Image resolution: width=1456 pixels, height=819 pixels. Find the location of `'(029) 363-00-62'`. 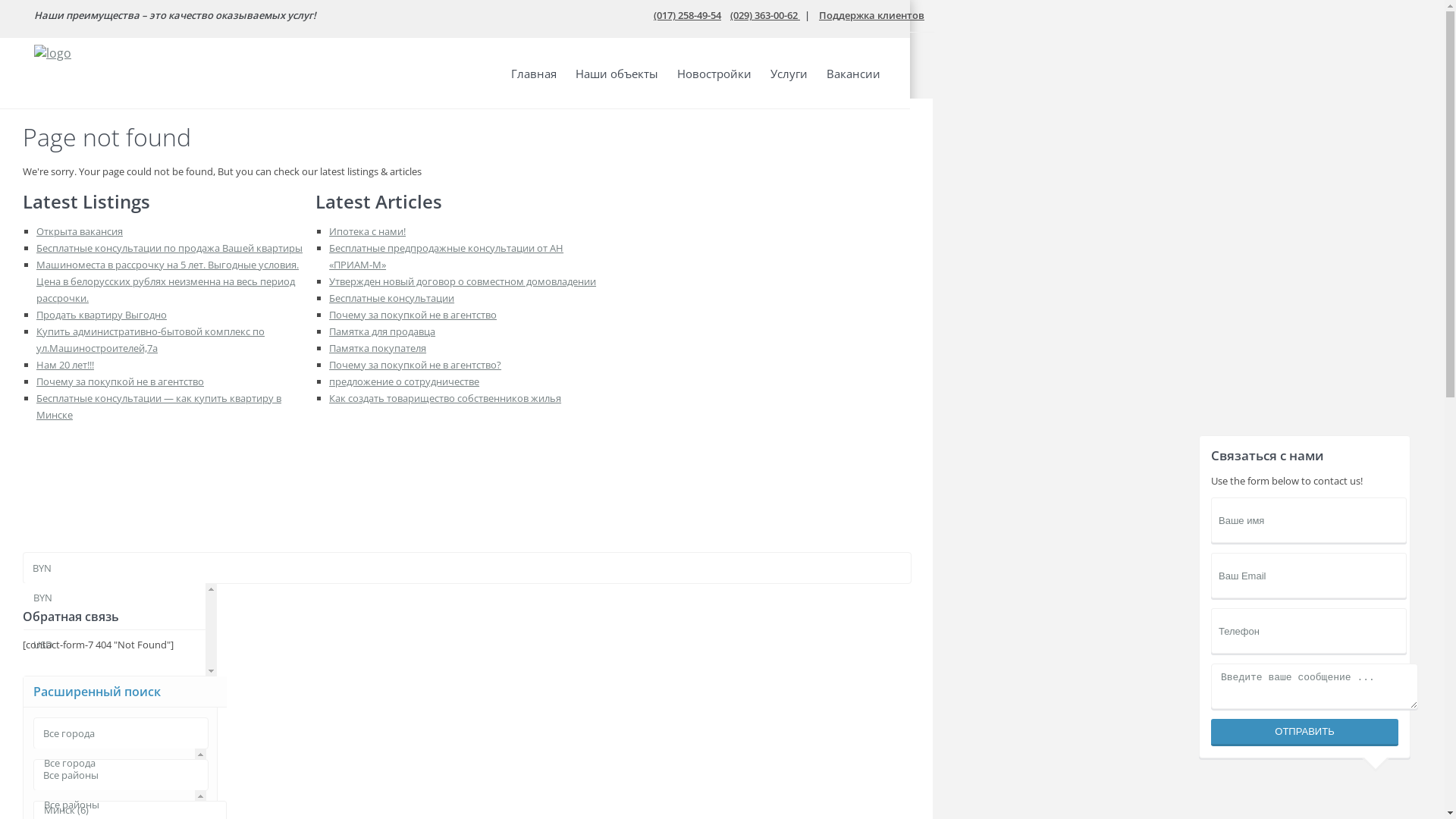

'(029) 363-00-62' is located at coordinates (764, 14).